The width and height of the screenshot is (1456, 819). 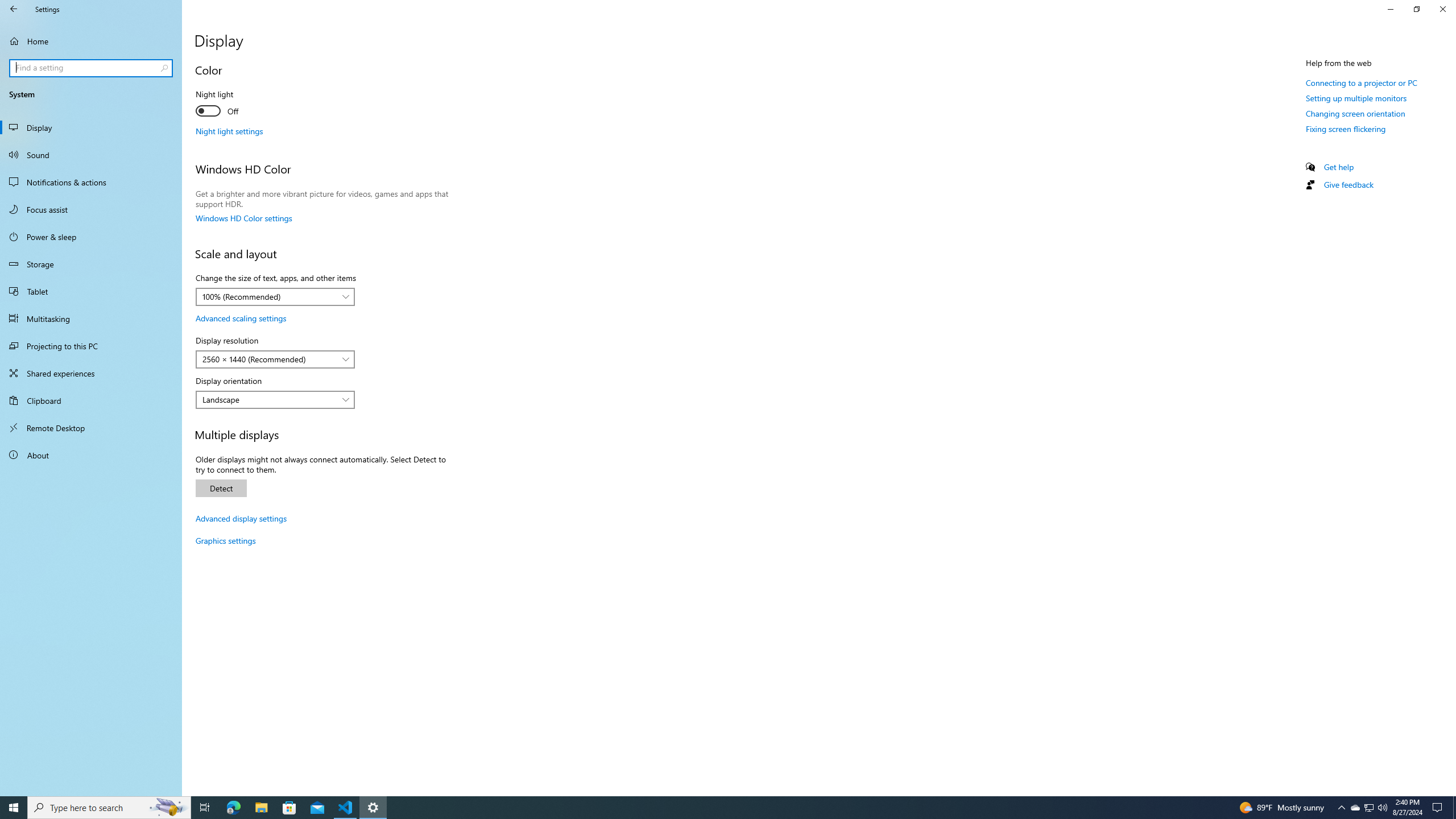 I want to click on 'Focus assist', so click(x=90, y=209).